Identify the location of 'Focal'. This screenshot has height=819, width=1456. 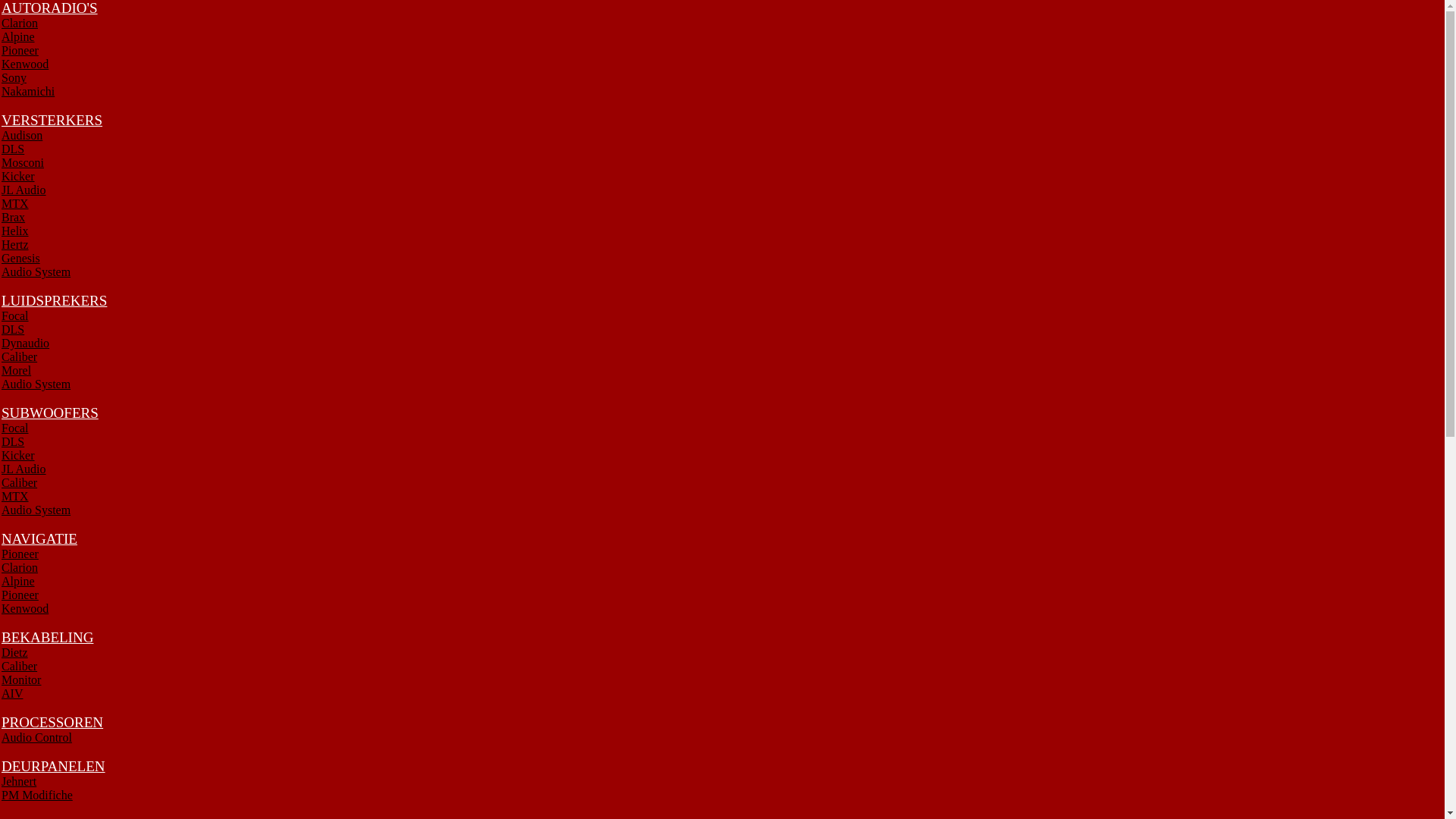
(14, 315).